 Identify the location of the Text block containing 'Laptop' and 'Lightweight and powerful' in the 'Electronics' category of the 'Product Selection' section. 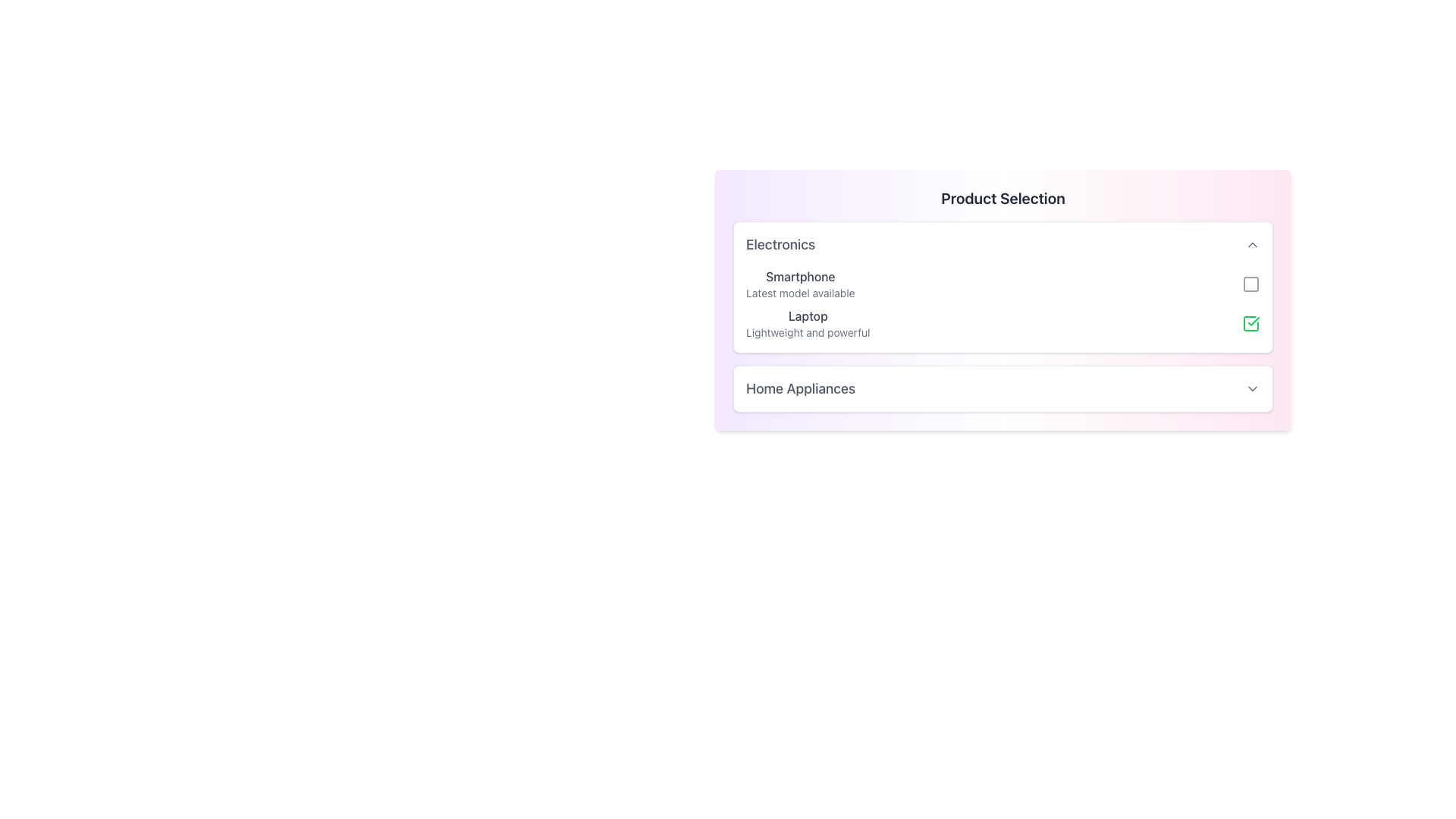
(807, 323).